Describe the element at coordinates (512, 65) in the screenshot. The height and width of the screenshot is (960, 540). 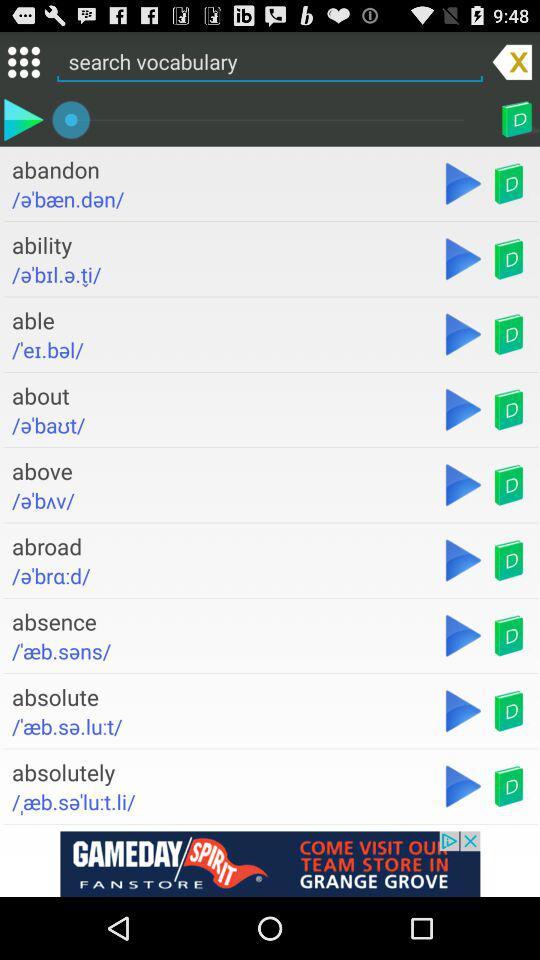
I see `the close icon` at that location.